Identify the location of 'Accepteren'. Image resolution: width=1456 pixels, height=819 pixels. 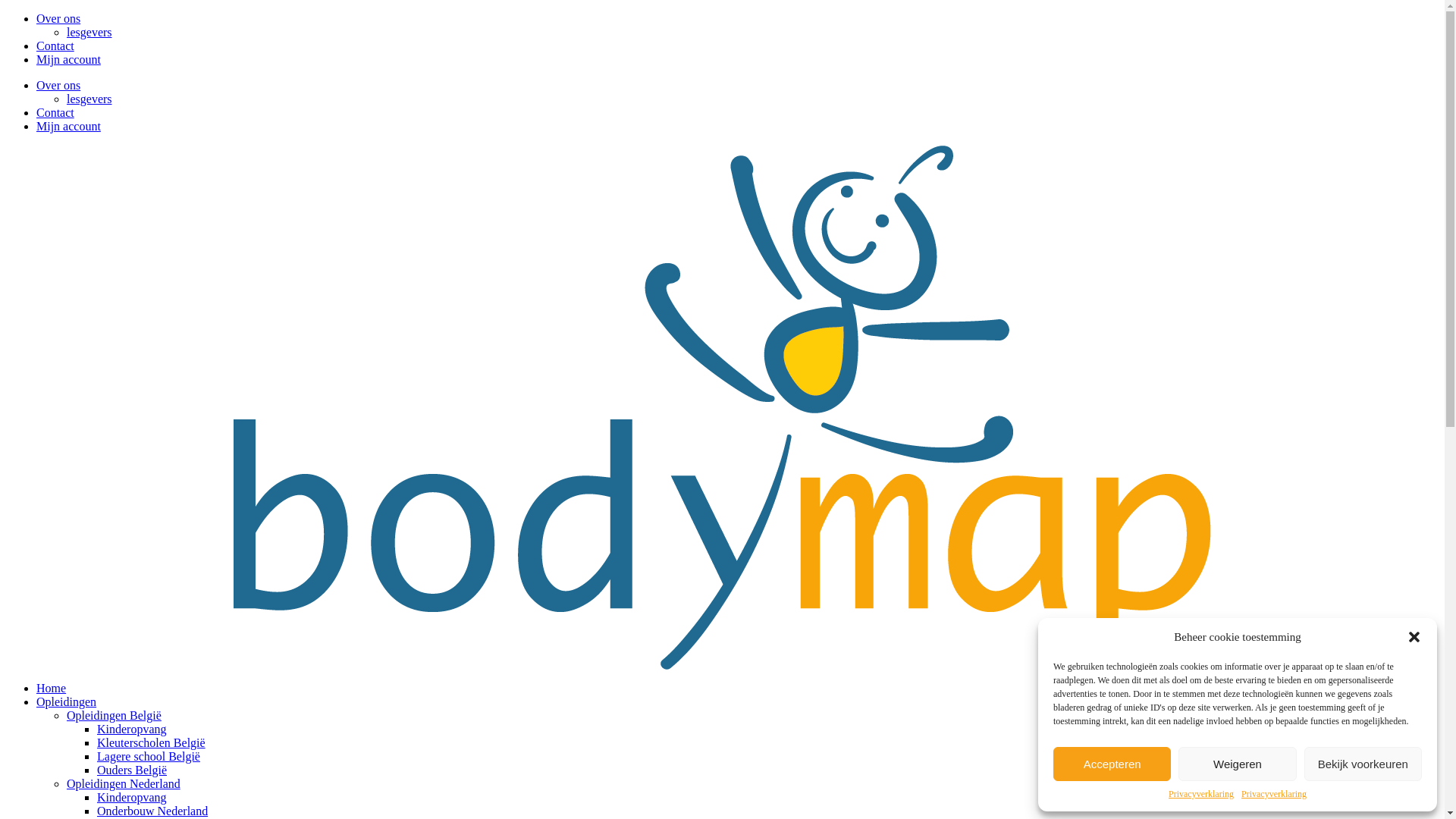
(1052, 764).